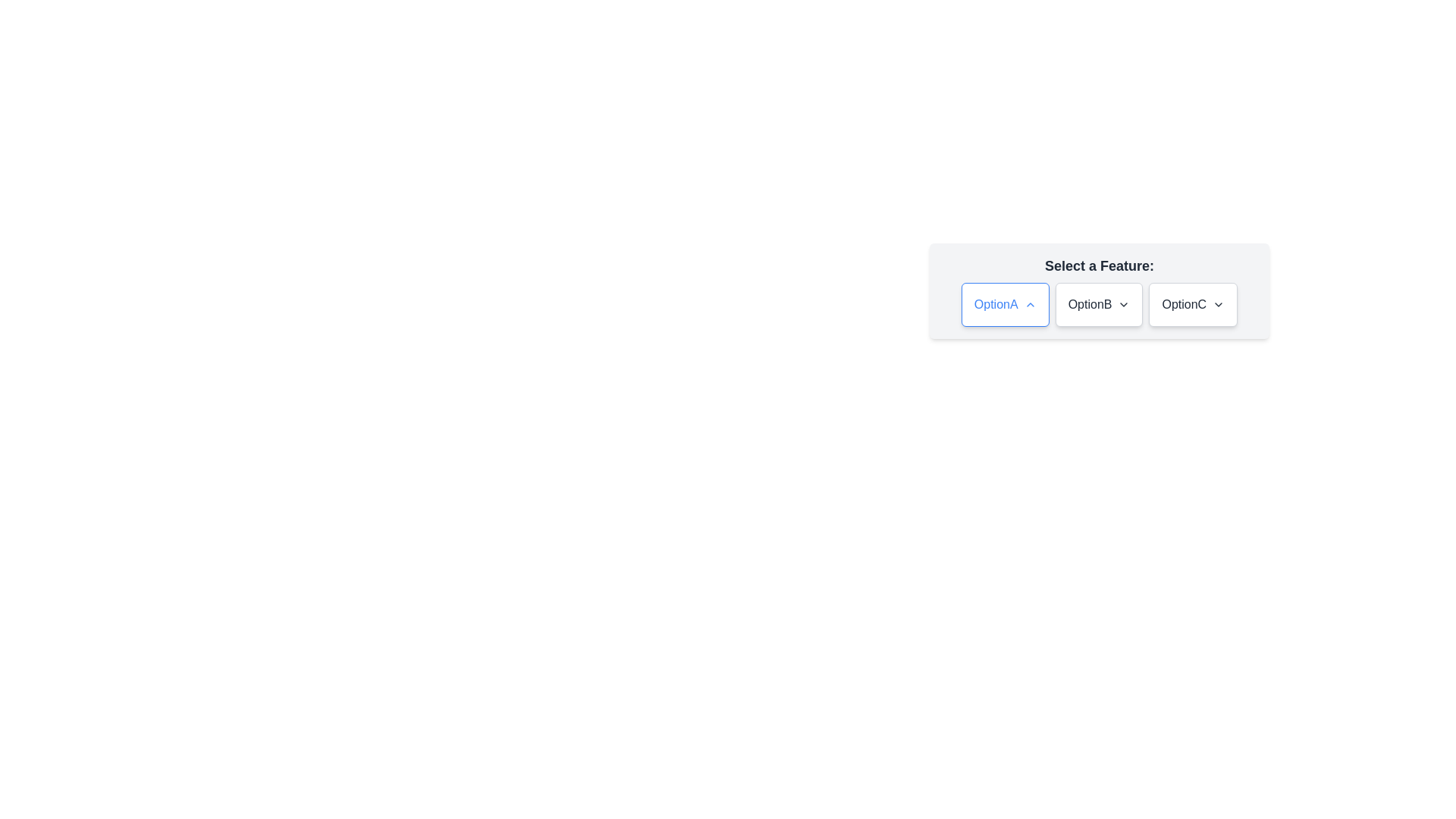 This screenshot has width=1456, height=819. Describe the element at coordinates (1089, 304) in the screenshot. I see `the label of the second button in the horizontal group of three buttons located in the panel labeled 'Select a Feature'` at that location.